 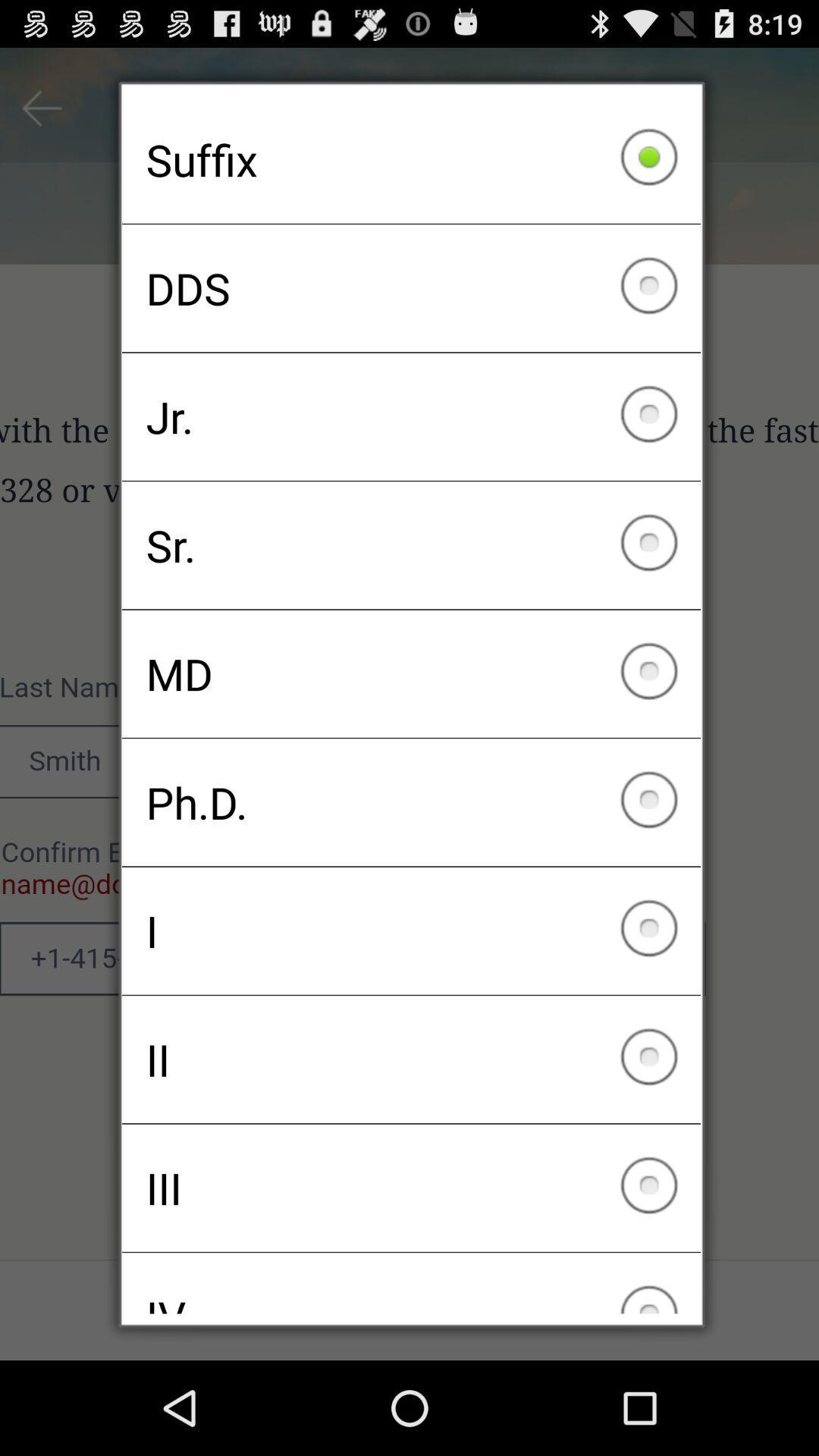 I want to click on the checkbox below iii icon, so click(x=411, y=1282).